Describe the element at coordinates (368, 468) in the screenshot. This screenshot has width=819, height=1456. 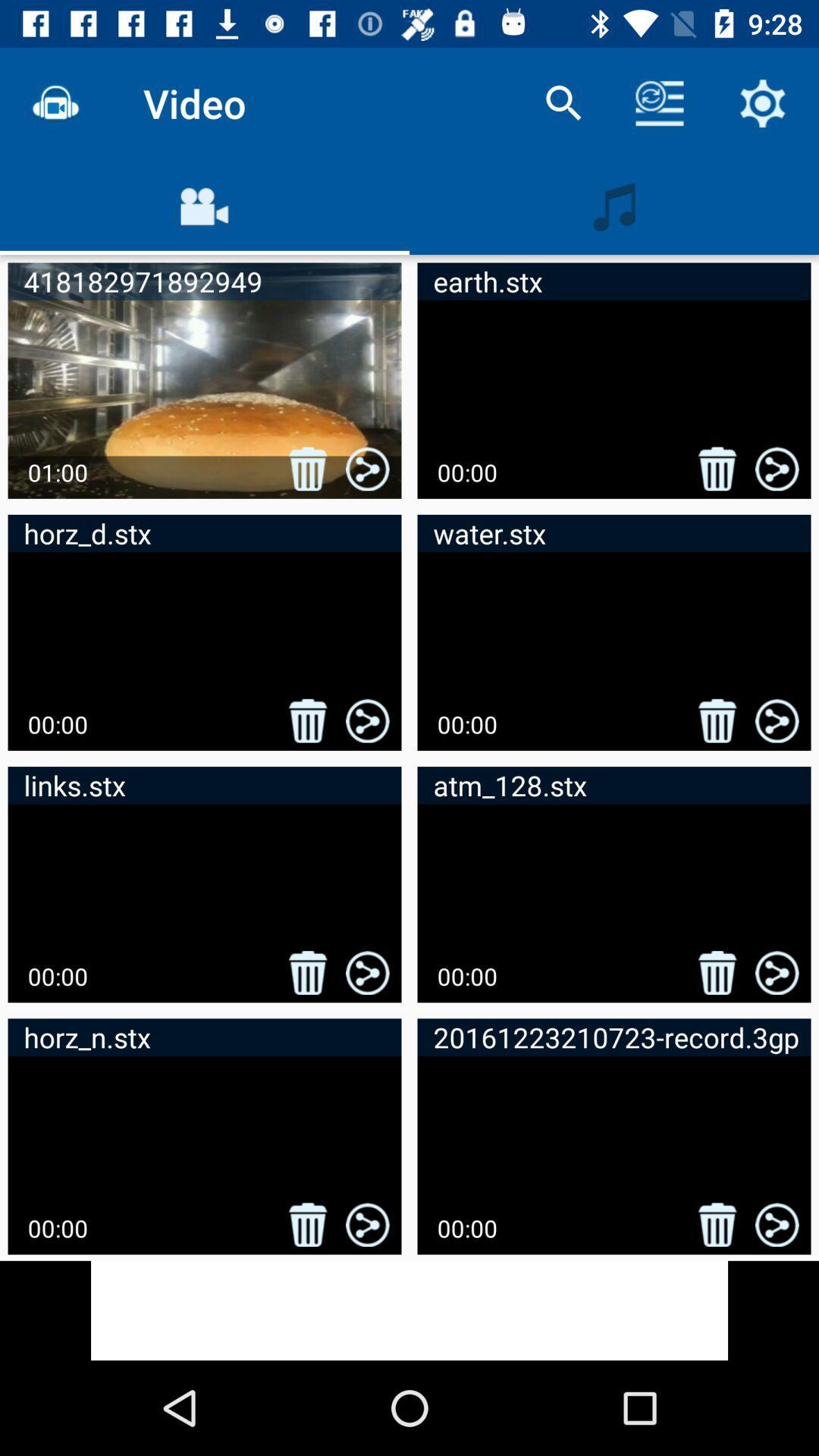
I see `share icon in first video in first row` at that location.